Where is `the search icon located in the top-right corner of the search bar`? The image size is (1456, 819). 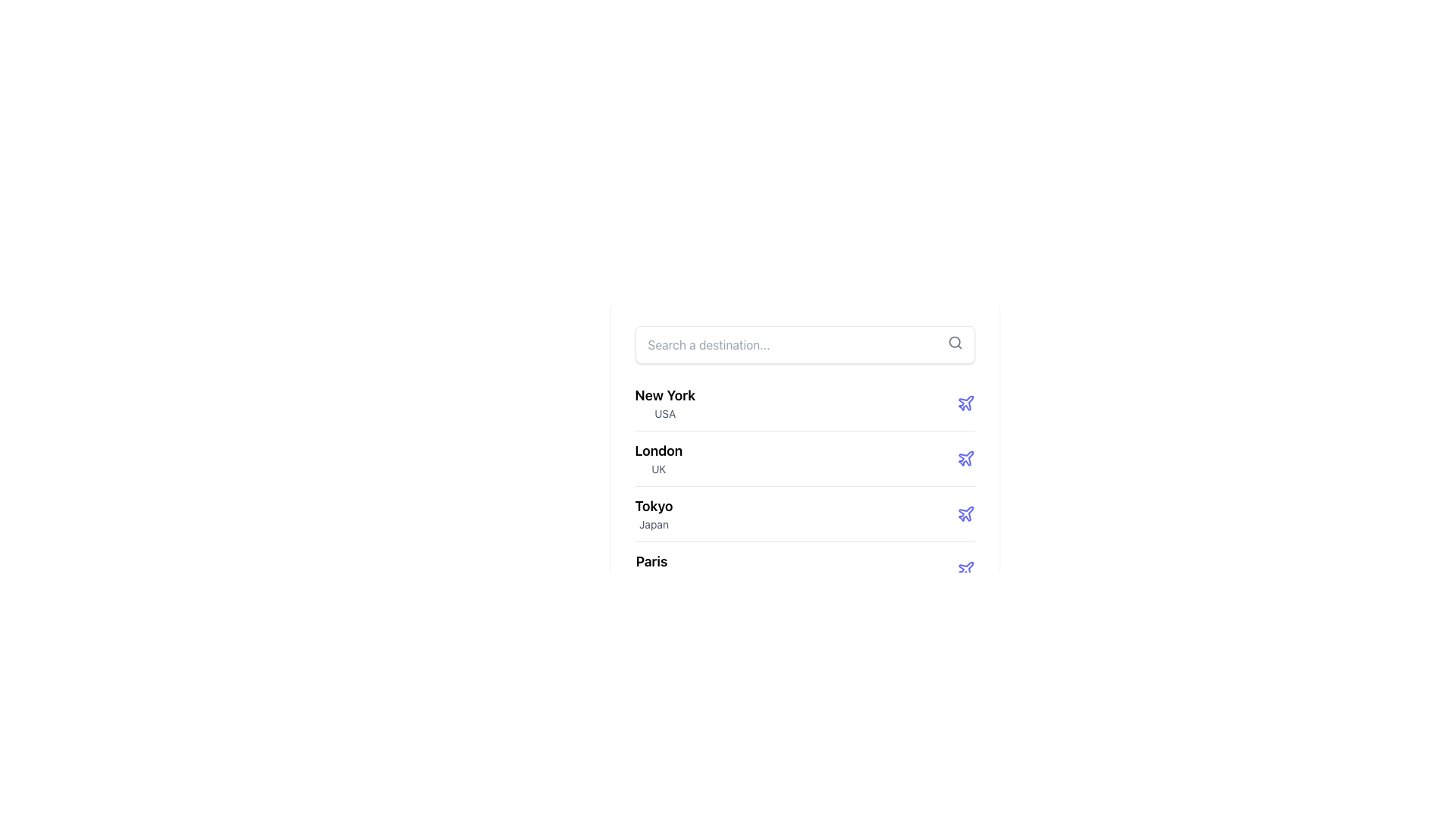
the search icon located in the top-right corner of the search bar is located at coordinates (954, 342).